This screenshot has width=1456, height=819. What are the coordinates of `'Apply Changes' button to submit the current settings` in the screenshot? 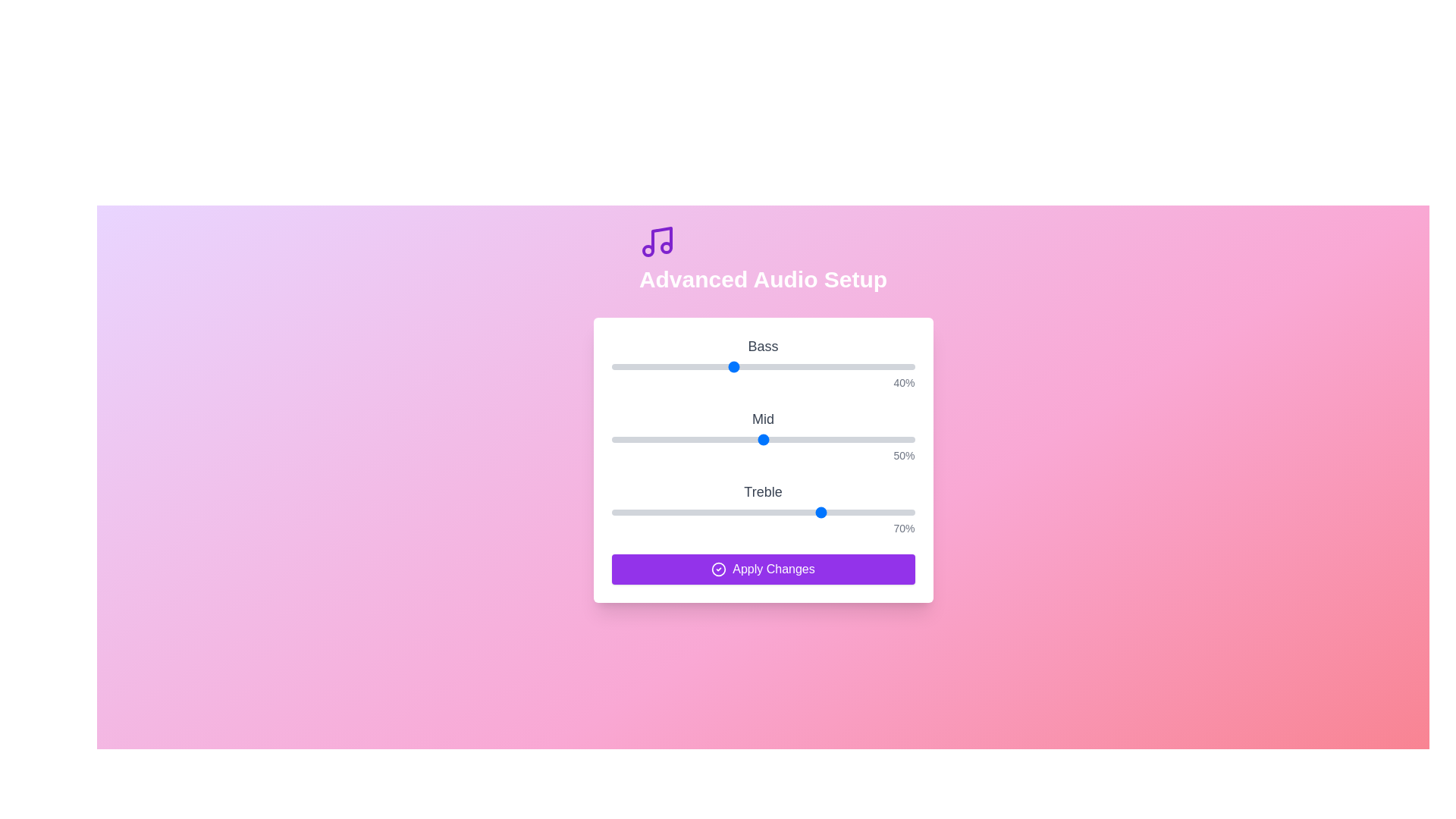 It's located at (763, 570).